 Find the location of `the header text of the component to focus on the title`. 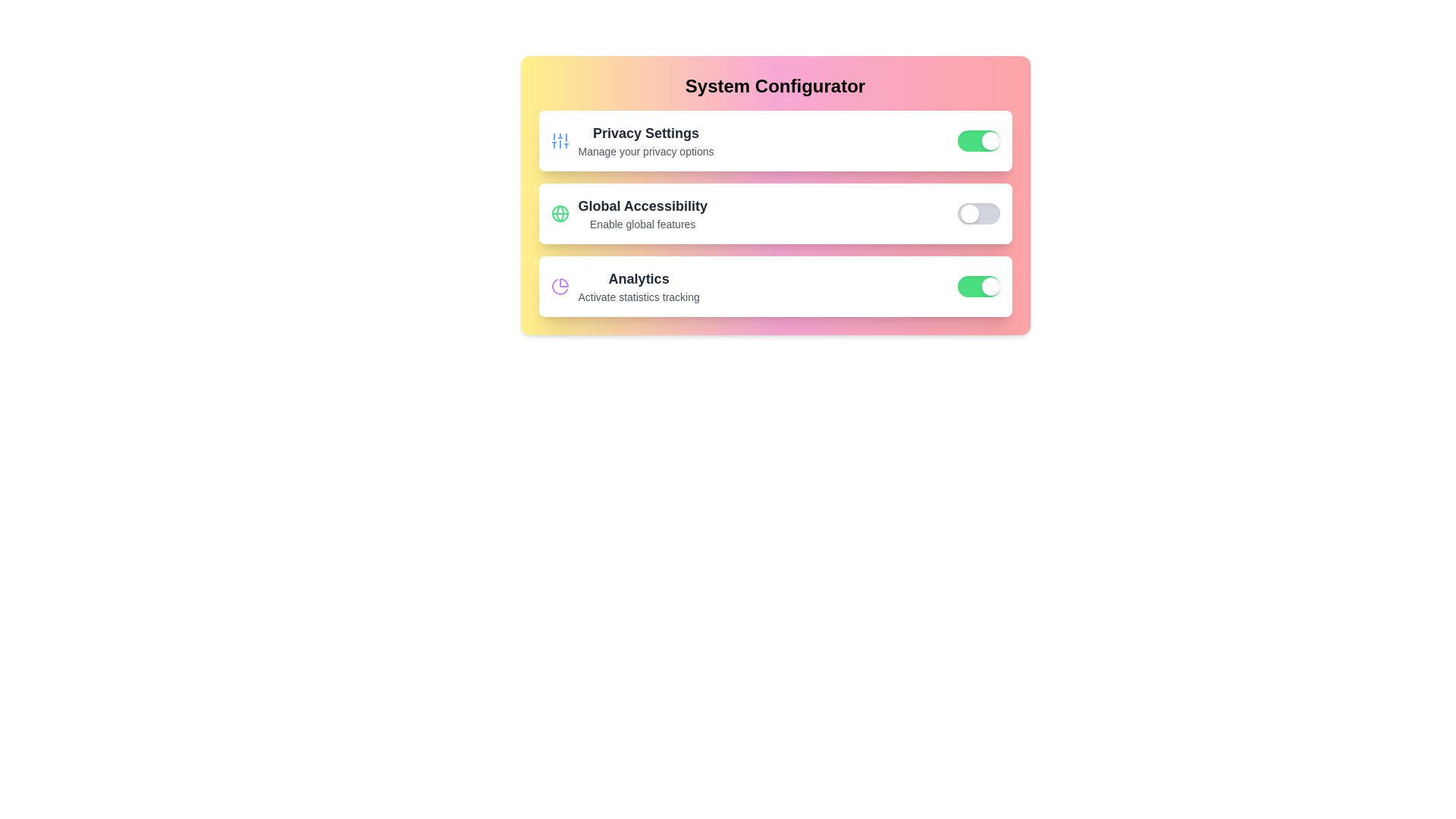

the header text of the component to focus on the title is located at coordinates (775, 86).